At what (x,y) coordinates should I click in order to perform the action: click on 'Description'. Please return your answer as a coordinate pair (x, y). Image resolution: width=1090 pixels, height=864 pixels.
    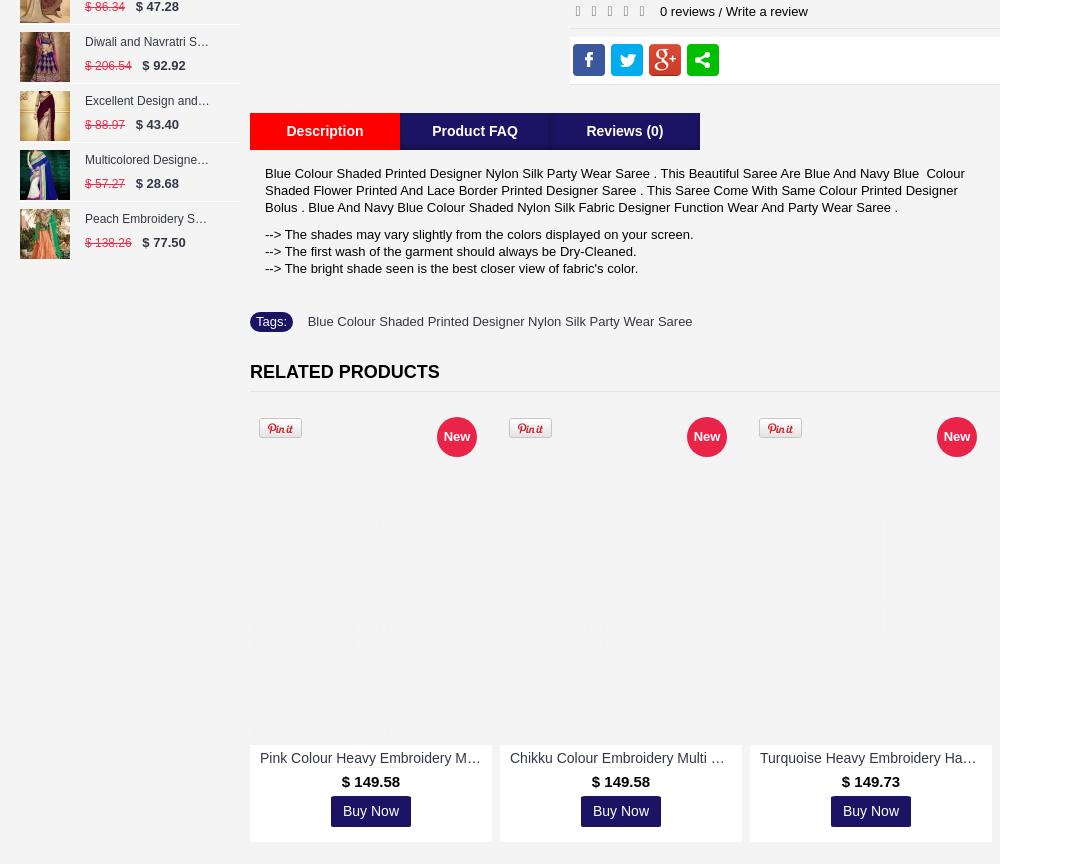
    Looking at the image, I should click on (323, 129).